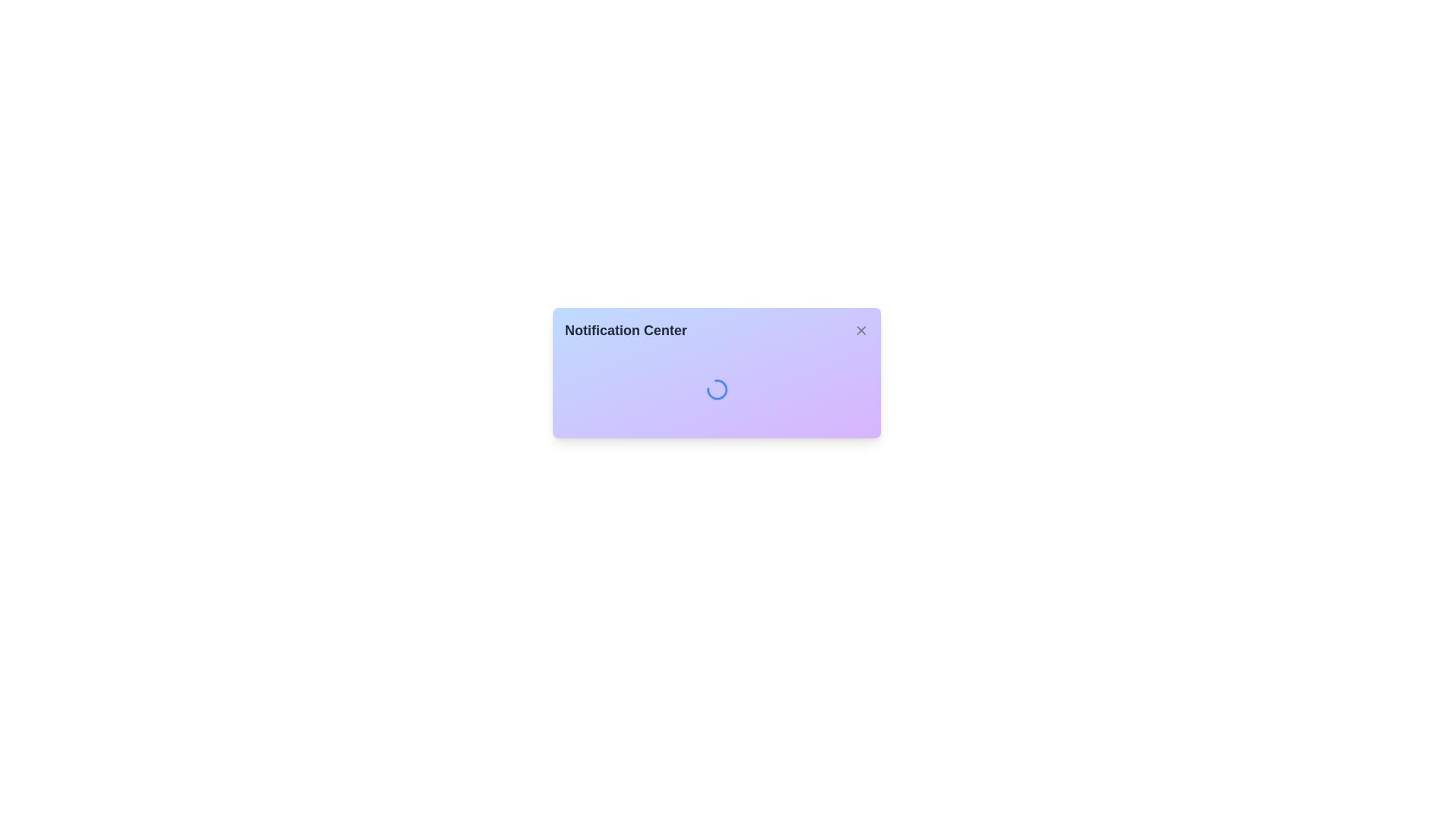 Image resolution: width=1456 pixels, height=819 pixels. Describe the element at coordinates (861, 329) in the screenshot. I see `the diagonal cross icon (X) located in the top-right corner of the blue-purple gradient rectangle labeled 'Notification Center'` at that location.